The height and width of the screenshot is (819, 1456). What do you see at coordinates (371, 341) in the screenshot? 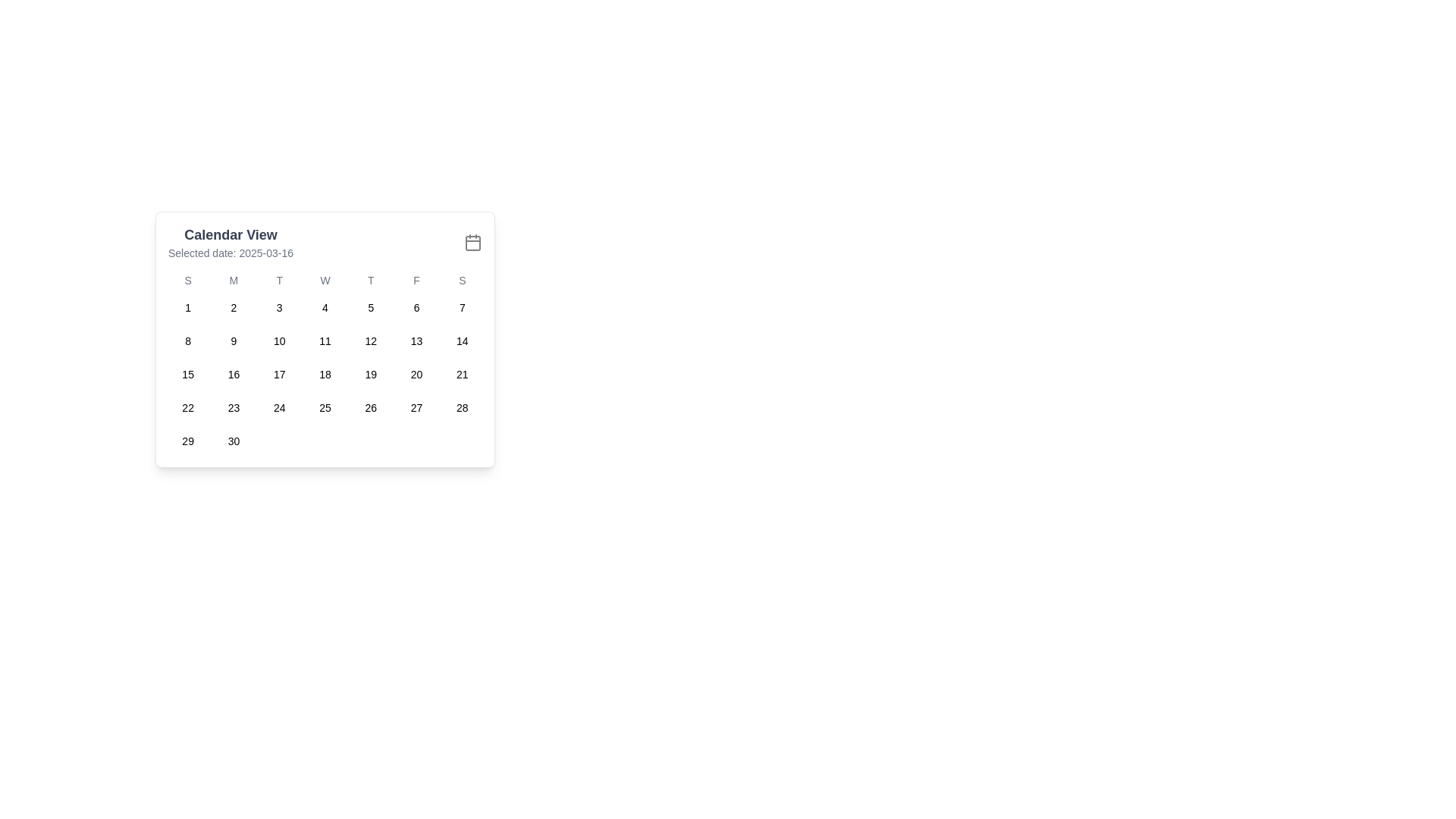
I see `the calendar date cell displaying the number '12'` at bounding box center [371, 341].